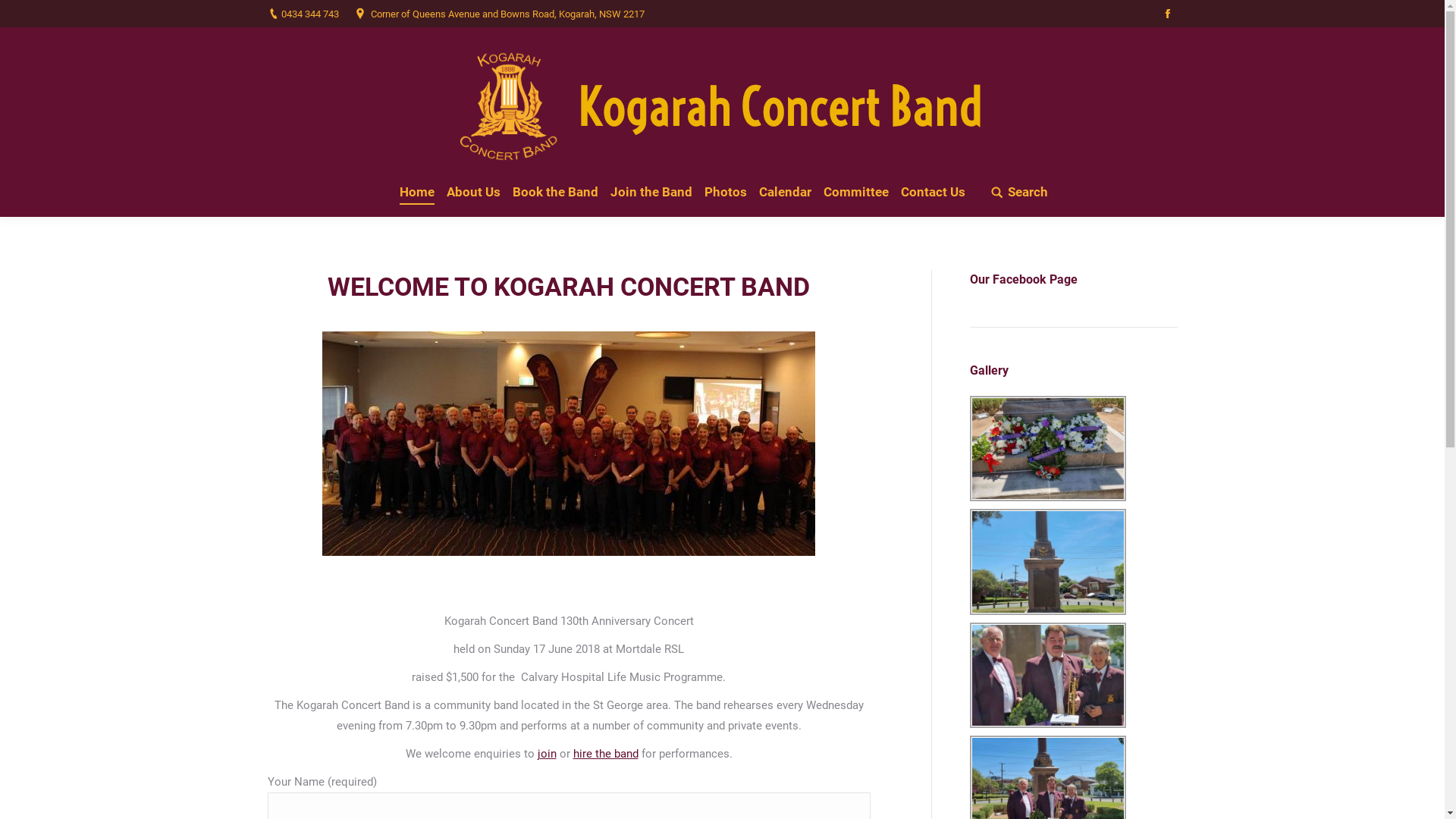 Image resolution: width=1456 pixels, height=819 pixels. I want to click on 'Committee', so click(855, 191).